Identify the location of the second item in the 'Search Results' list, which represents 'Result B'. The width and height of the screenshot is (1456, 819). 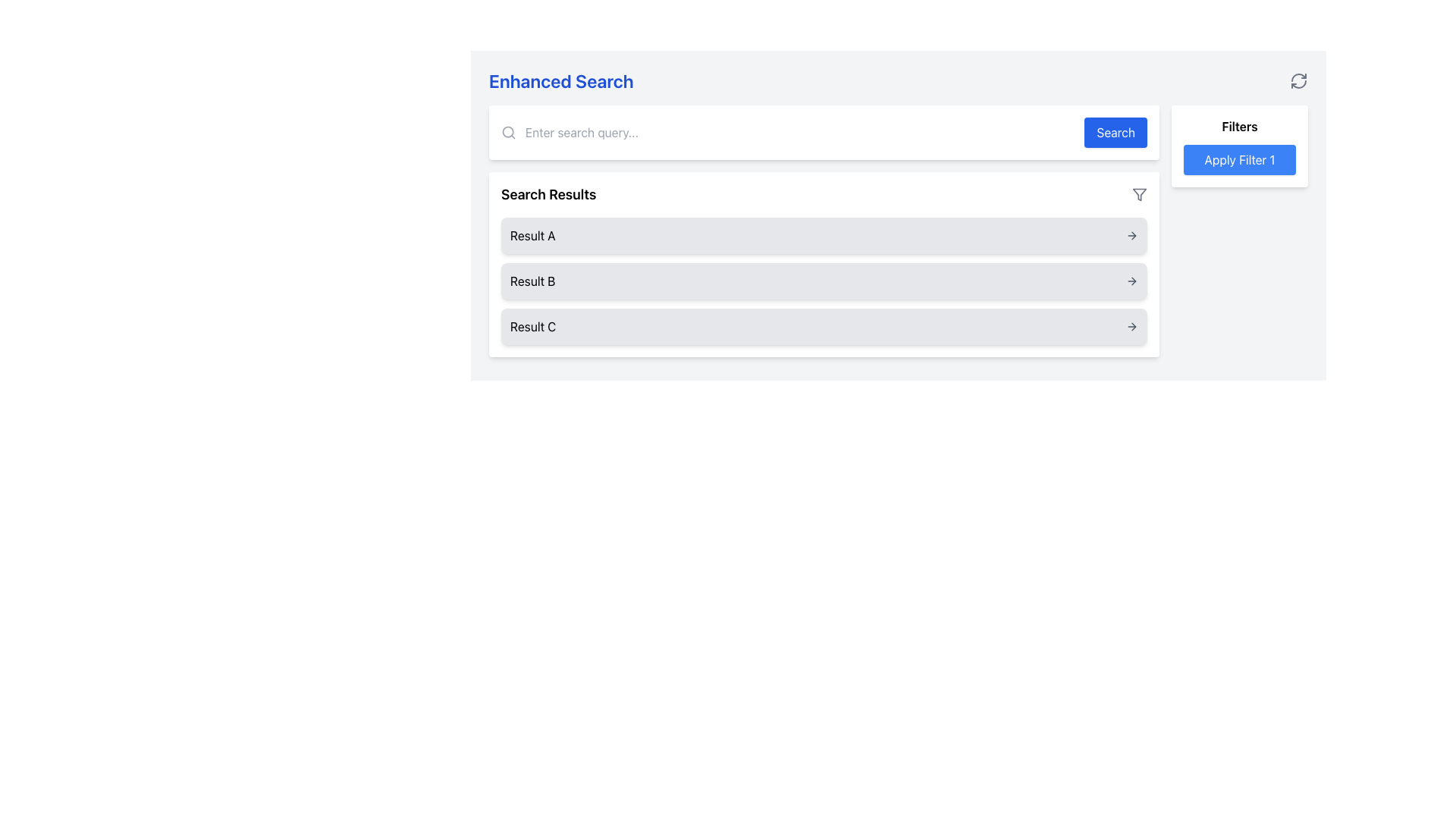
(823, 281).